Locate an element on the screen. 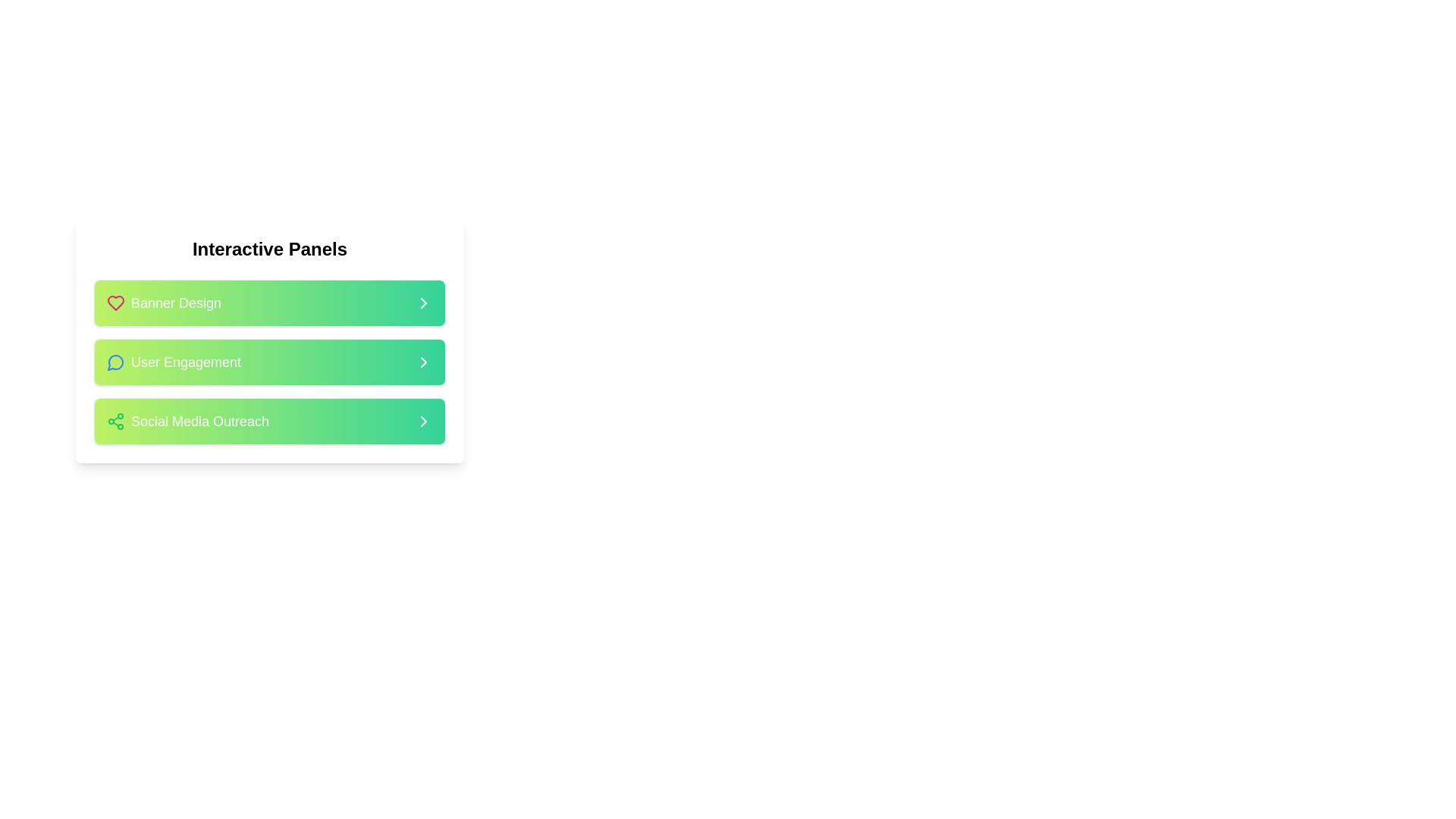 This screenshot has width=1456, height=819. the 'Banner Design' text label with accompanying icon, which is the first element in the vertical list below the heading 'Interactive Panels' is located at coordinates (164, 303).